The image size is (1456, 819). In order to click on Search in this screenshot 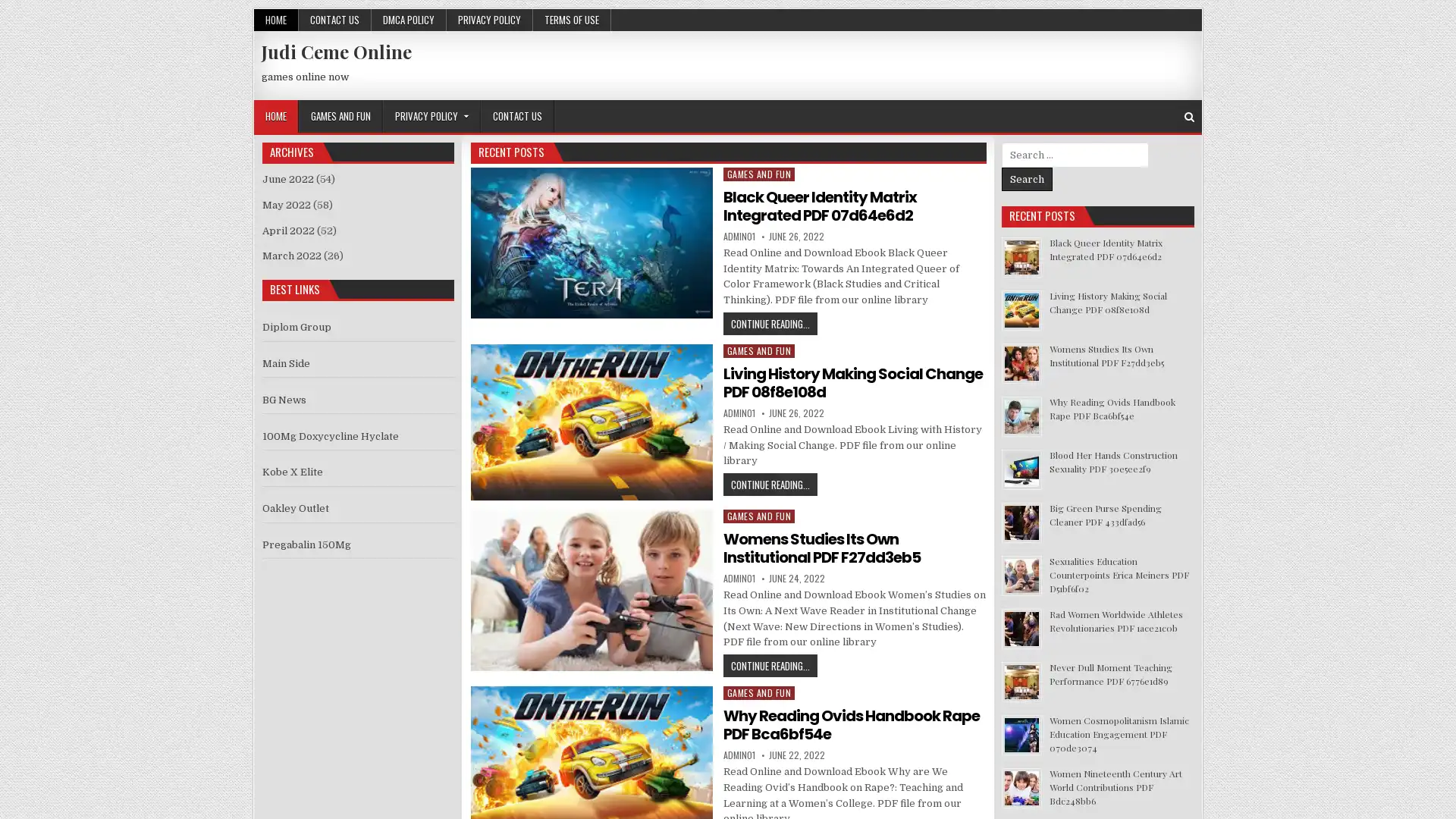, I will do `click(1027, 178)`.